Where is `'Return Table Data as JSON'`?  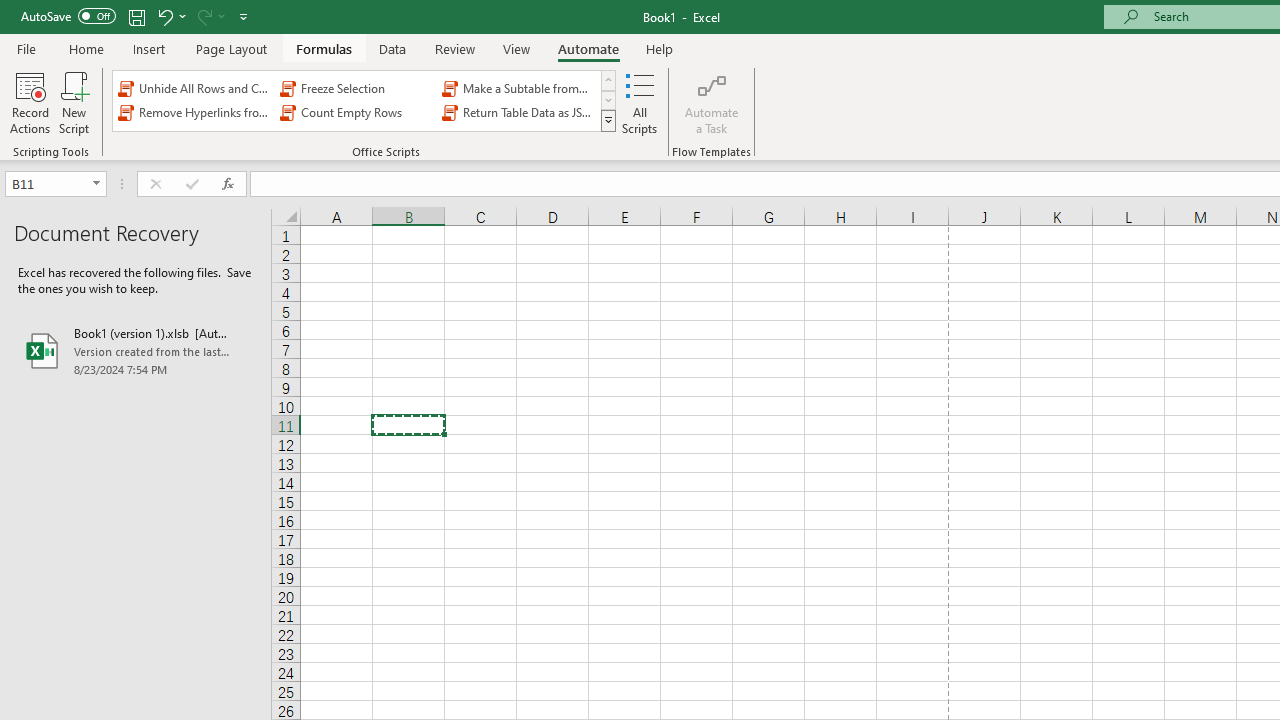 'Return Table Data as JSON' is located at coordinates (519, 113).